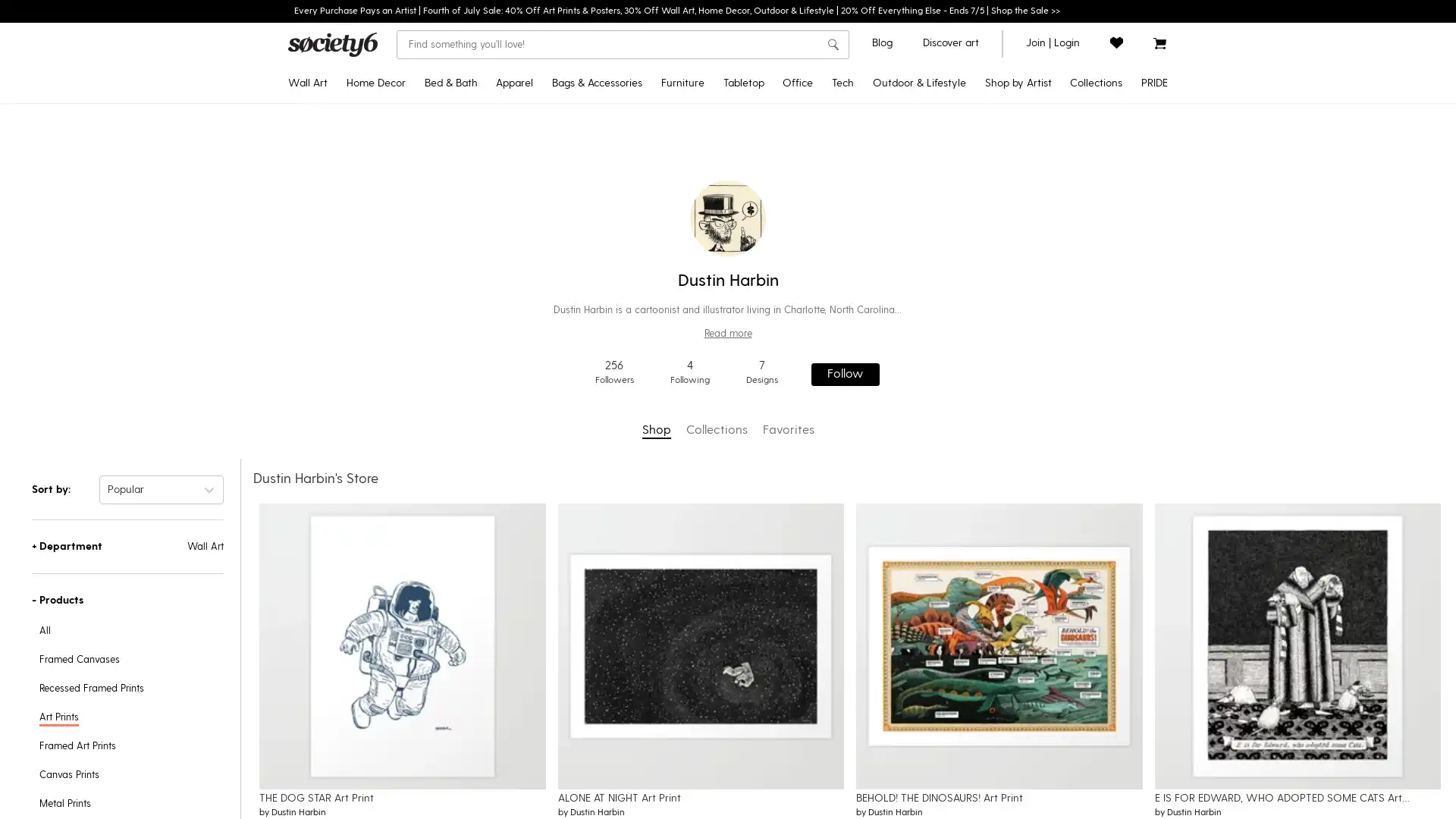 This screenshot has height=819, width=1456. What do you see at coordinates (977, 268) in the screenshot?
I see `Support Ukrainian Artists` at bounding box center [977, 268].